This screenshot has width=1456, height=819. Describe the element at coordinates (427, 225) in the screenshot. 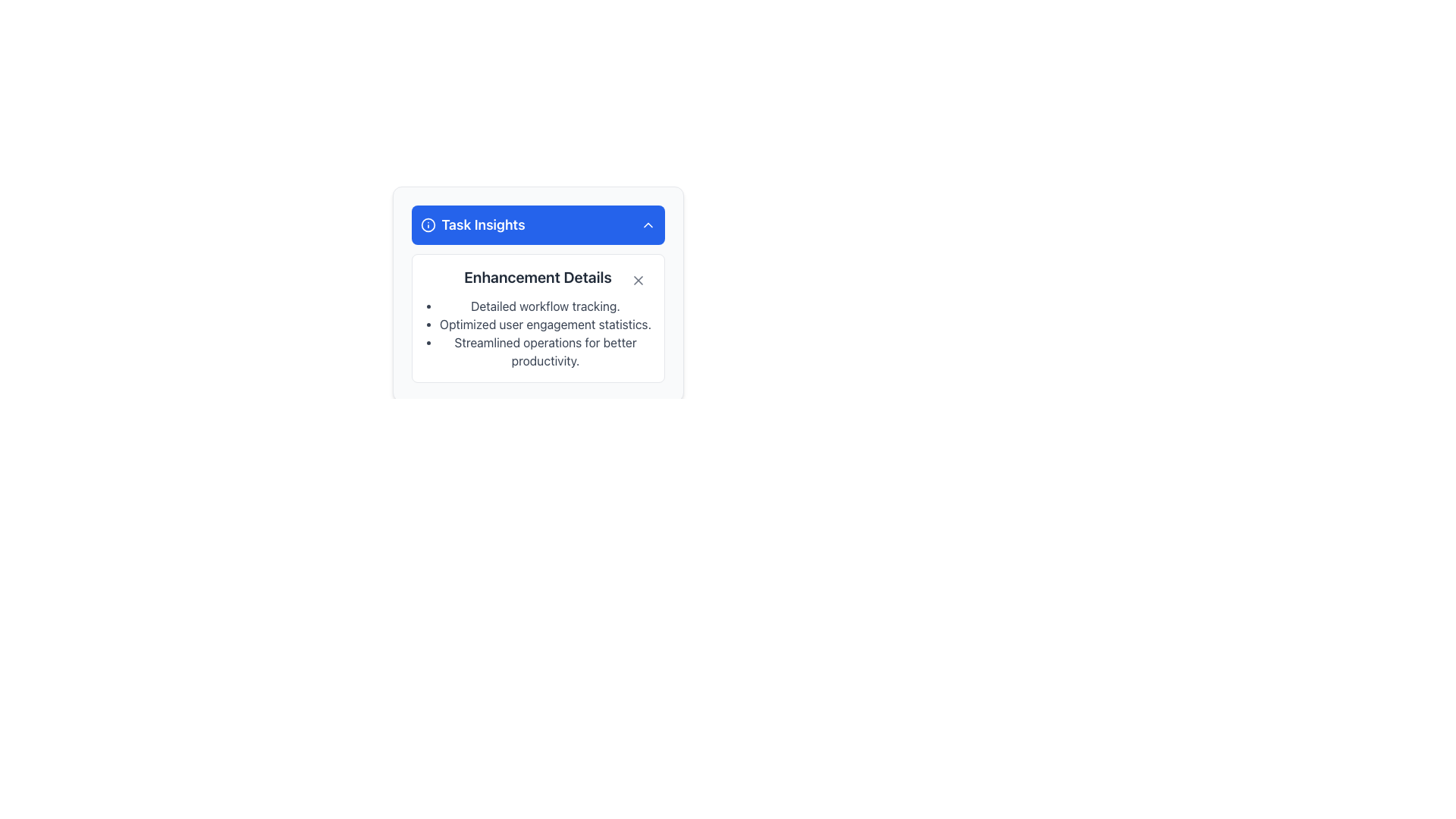

I see `the informational icon located to the left of the 'Task Insights' text in the upper segment of the card-like structure` at that location.